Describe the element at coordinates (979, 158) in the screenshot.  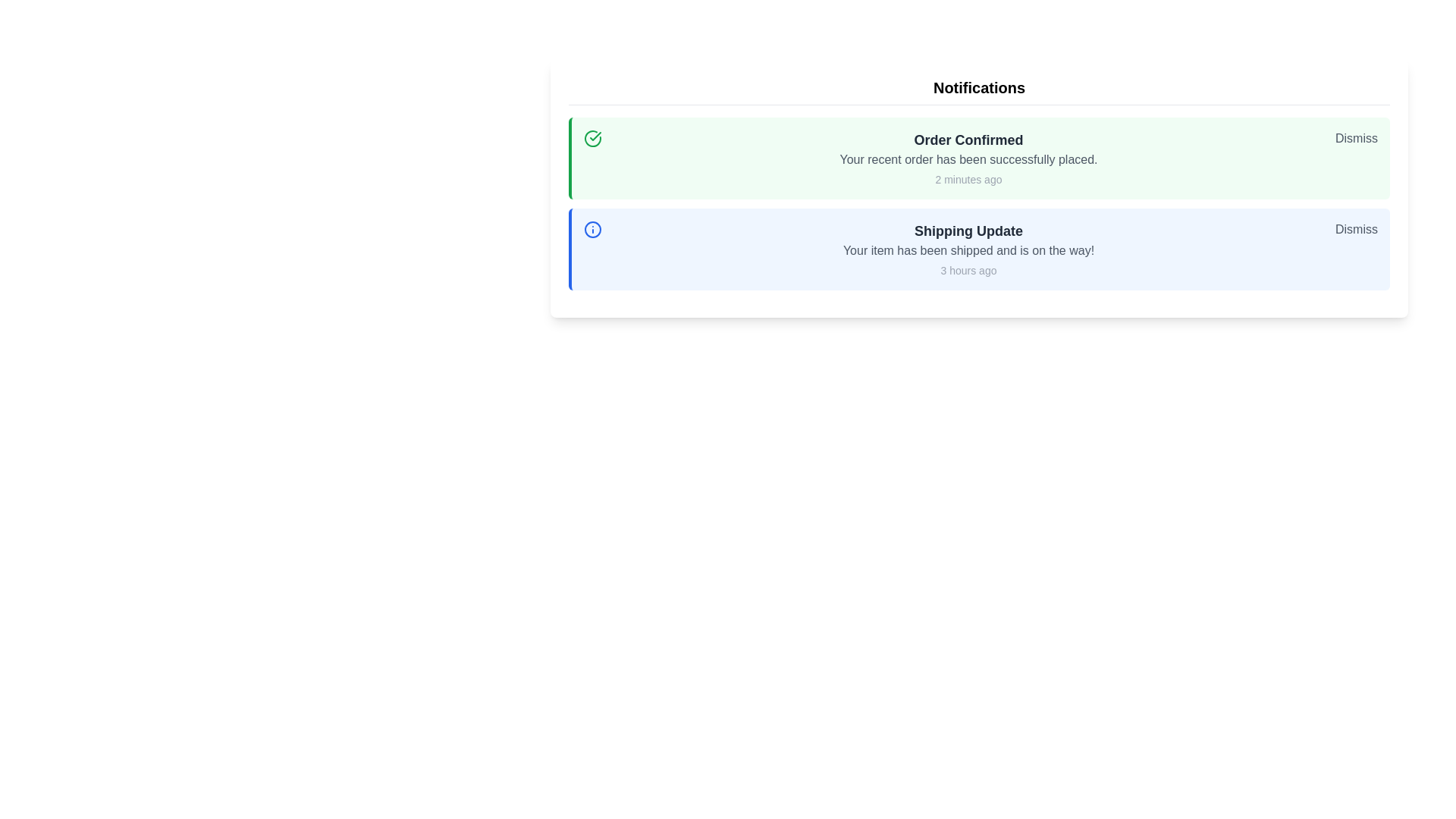
I see `the 'Order Confirmed' notification to view details` at that location.